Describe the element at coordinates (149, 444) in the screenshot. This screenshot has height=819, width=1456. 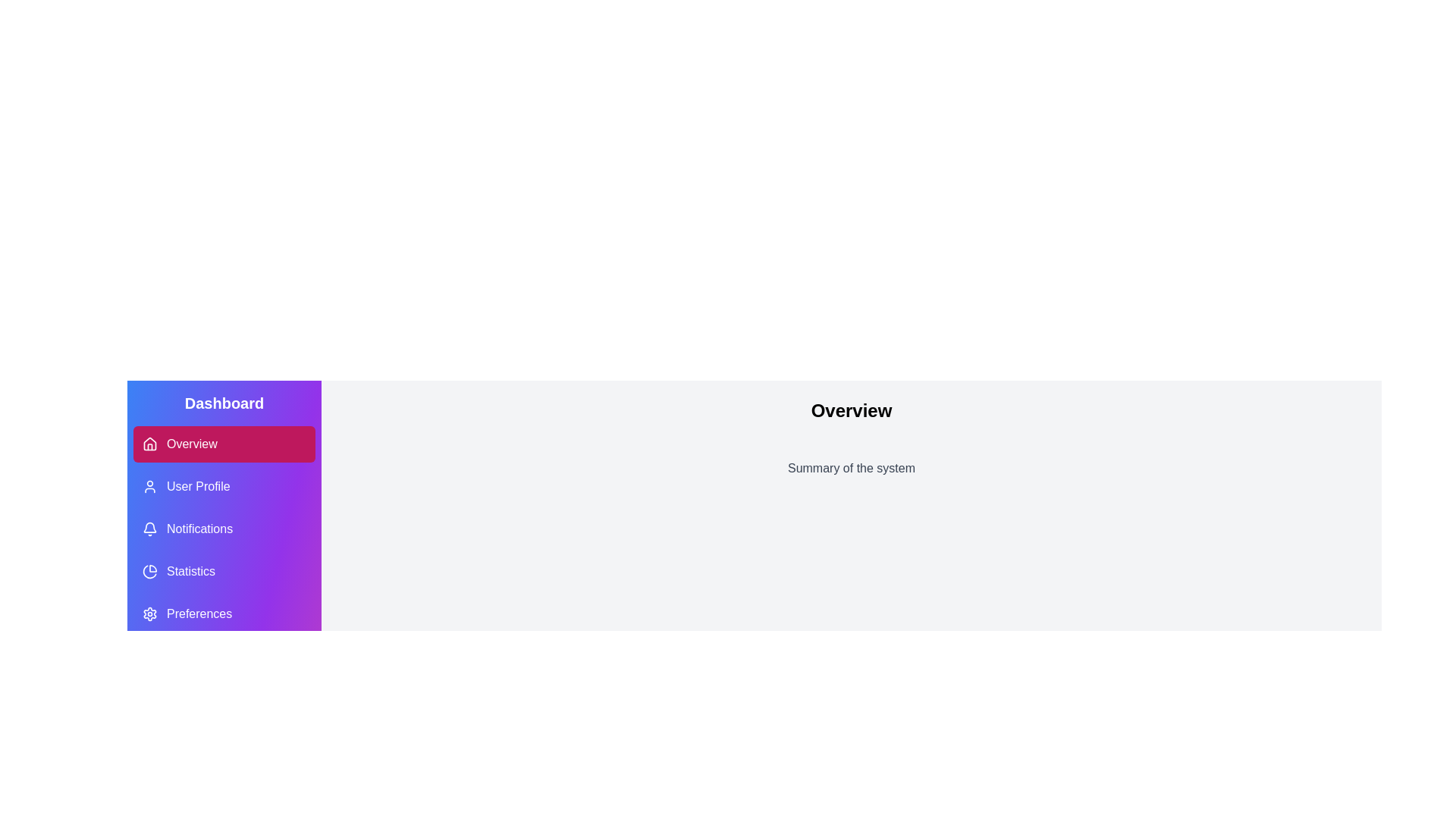
I see `the house-shaped icon located beside the 'Overview' label in the left-hand navigation menu` at that location.